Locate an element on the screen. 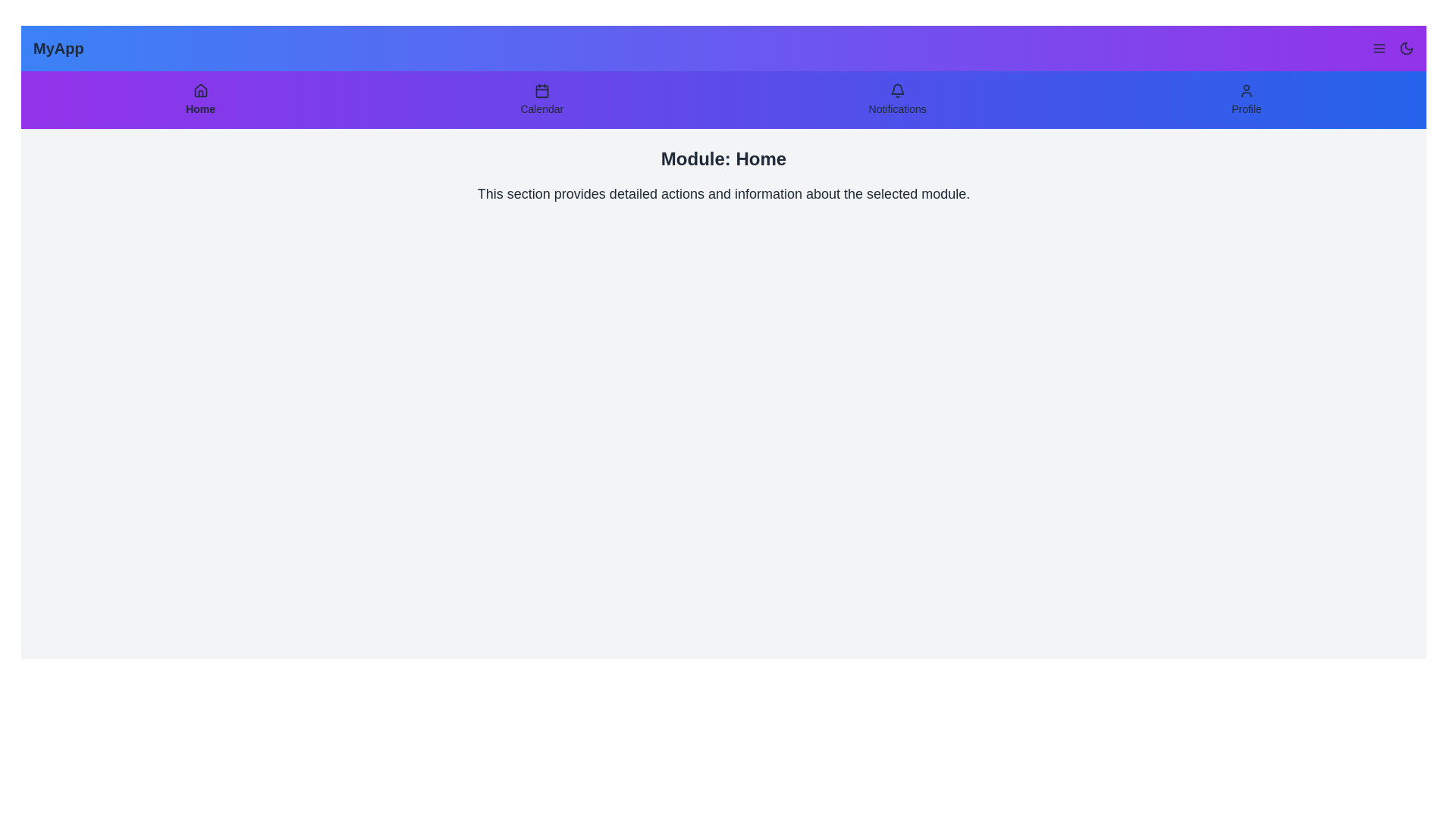 Image resolution: width=1456 pixels, height=819 pixels. dark mode toggle button located in the top-right corner of the app bar is located at coordinates (1405, 48).